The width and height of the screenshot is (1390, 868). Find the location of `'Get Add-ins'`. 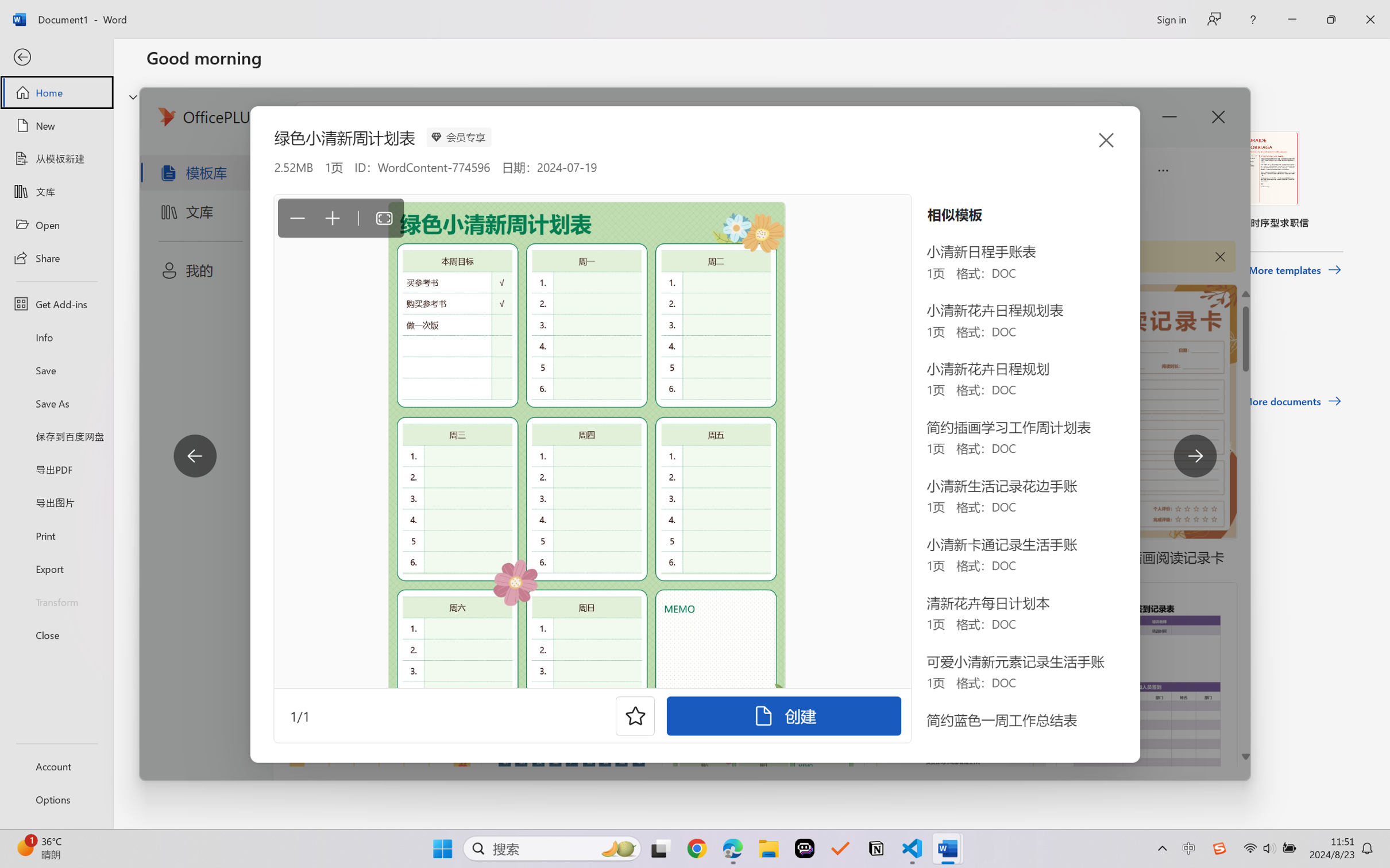

'Get Add-ins' is located at coordinates (56, 303).